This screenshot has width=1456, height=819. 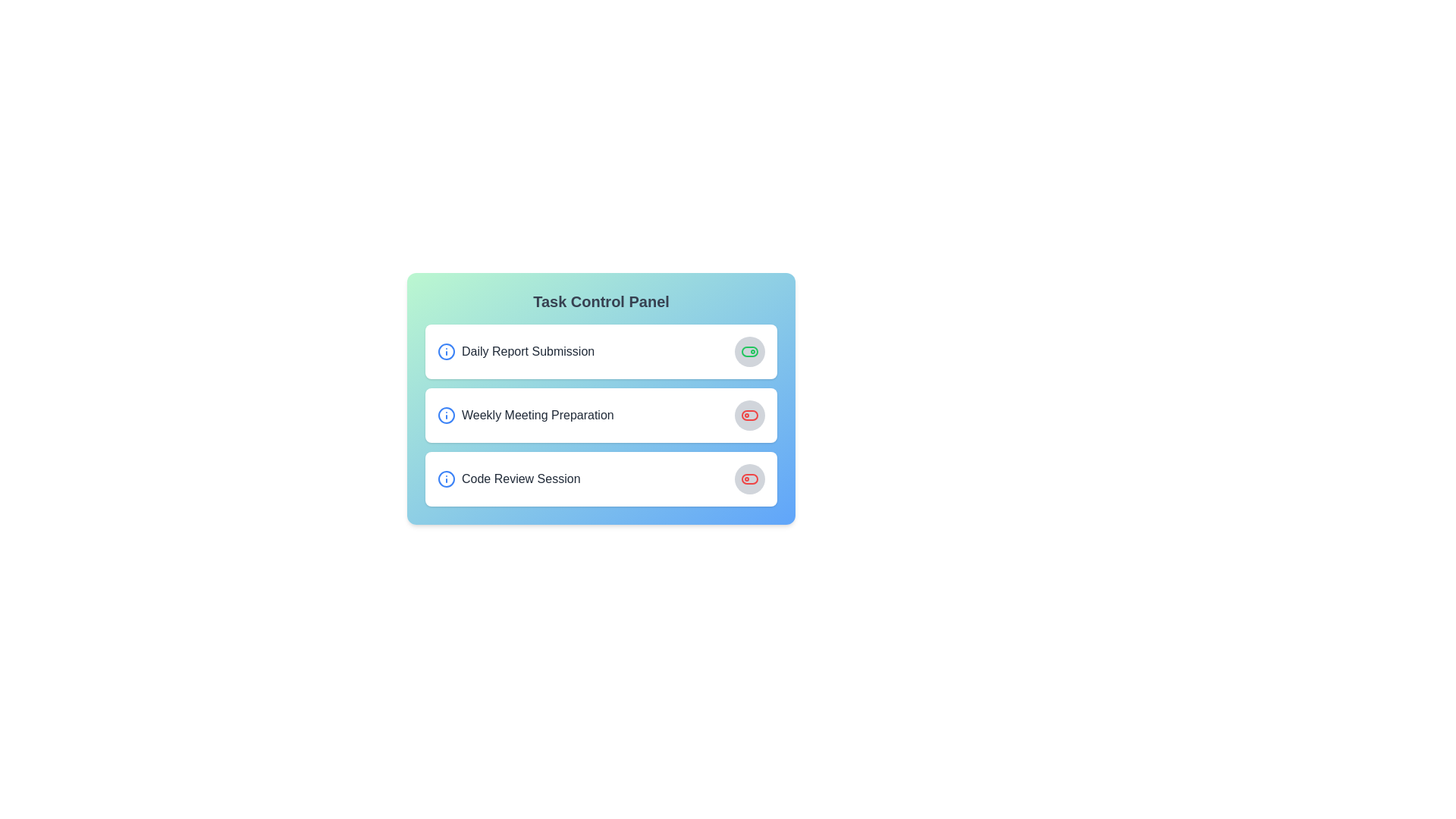 I want to click on the second task entry in the task manager panel, which is located between 'Daily Report Submission' and 'Code Review Session', so click(x=600, y=415).